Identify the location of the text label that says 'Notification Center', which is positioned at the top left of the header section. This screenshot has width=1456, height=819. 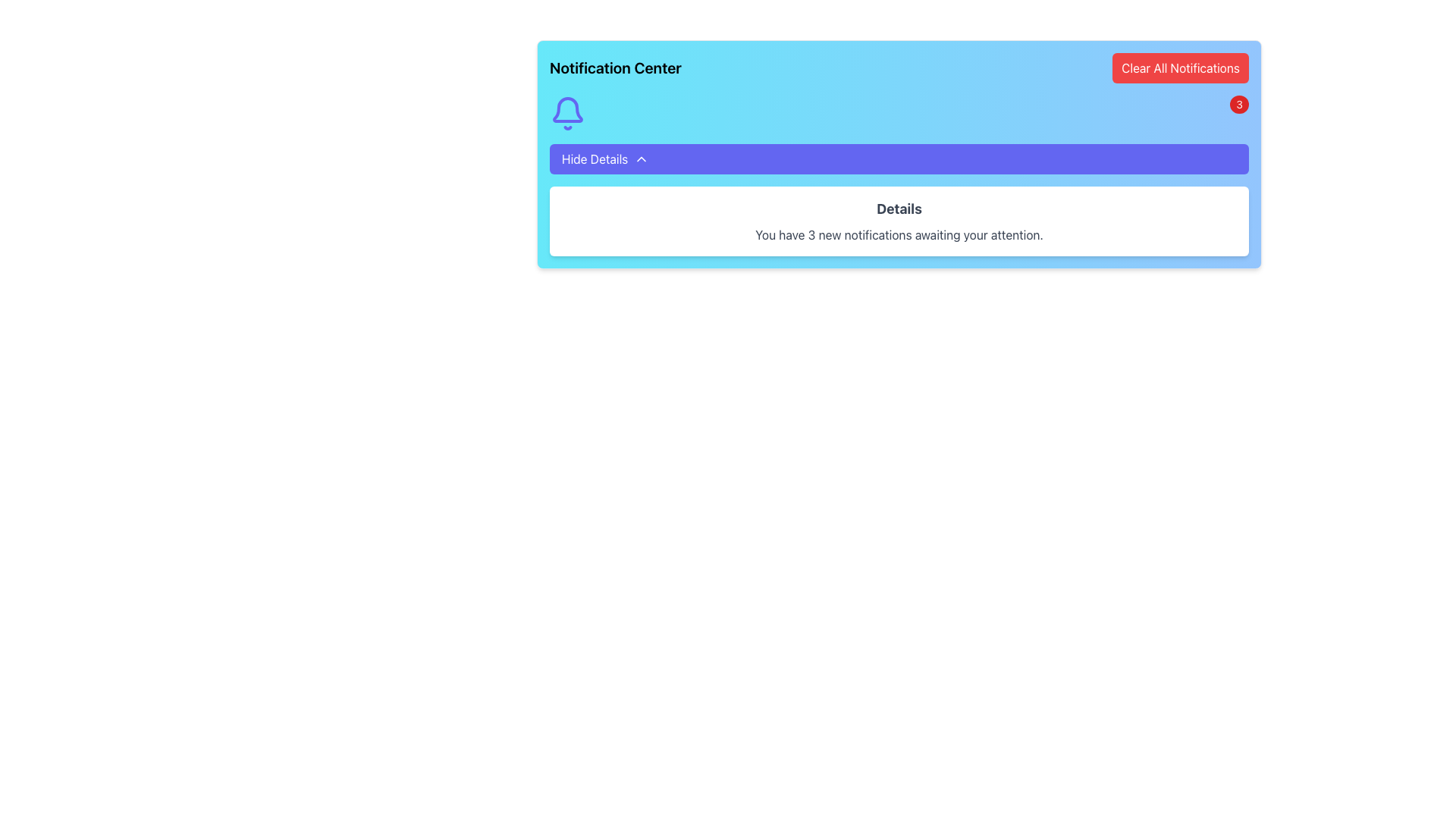
(615, 67).